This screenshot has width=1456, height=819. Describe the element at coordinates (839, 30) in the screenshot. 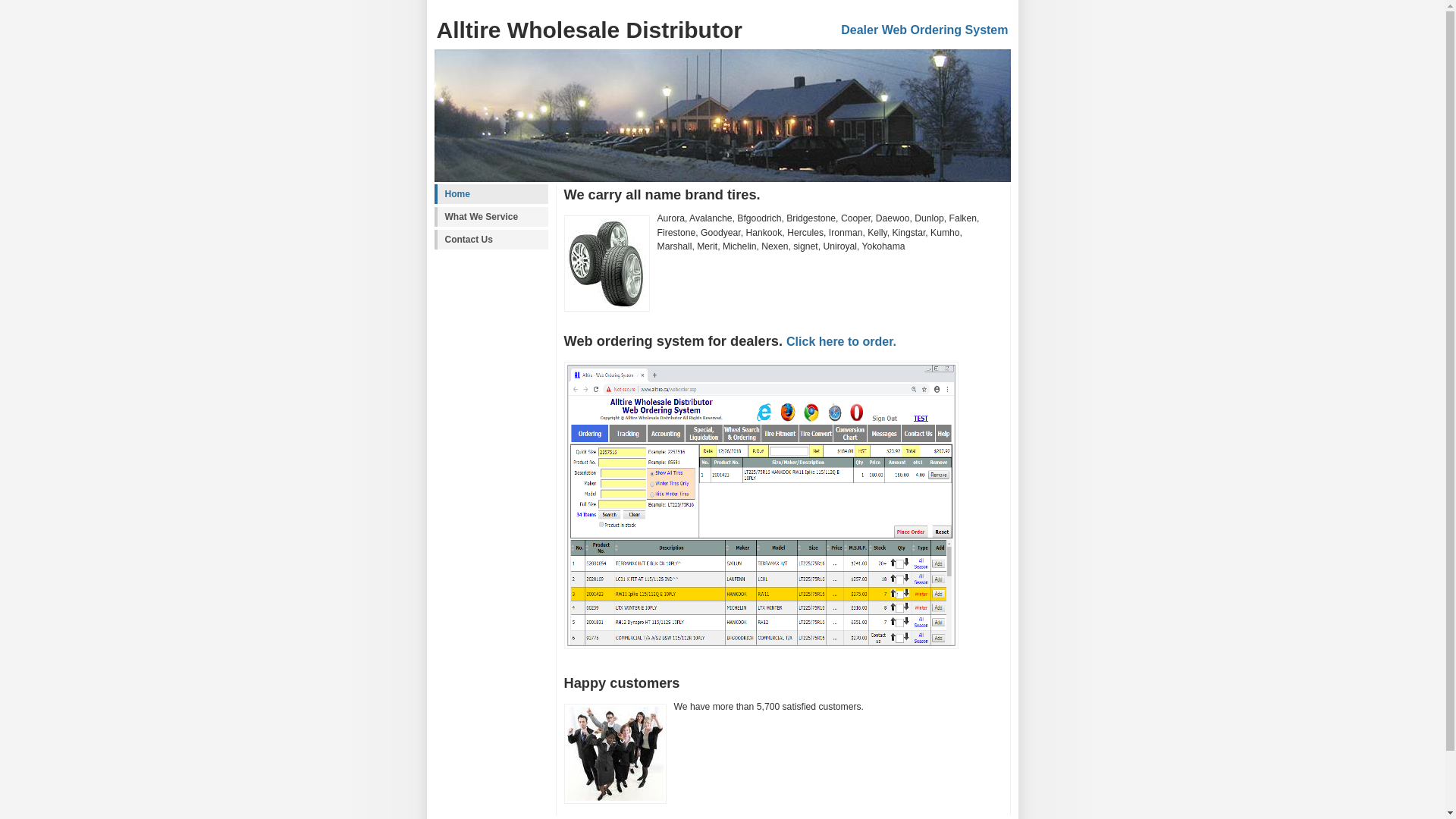

I see `'Dealer Web Ordering System'` at that location.